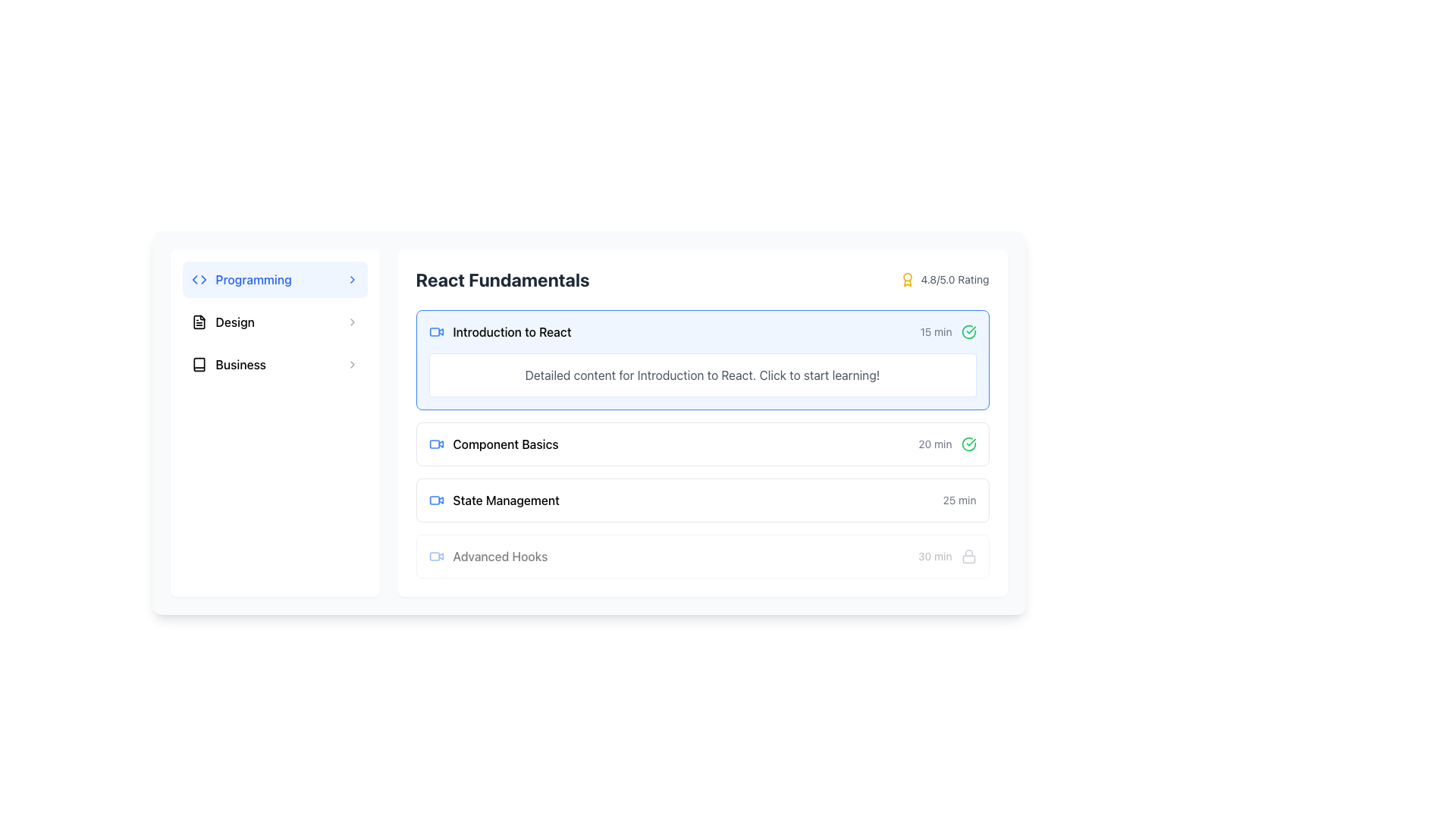  What do you see at coordinates (935, 331) in the screenshot?
I see `the text label indicating the estimated time required to complete the 'Introduction to React' course, positioned at the top-right side of its card` at bounding box center [935, 331].